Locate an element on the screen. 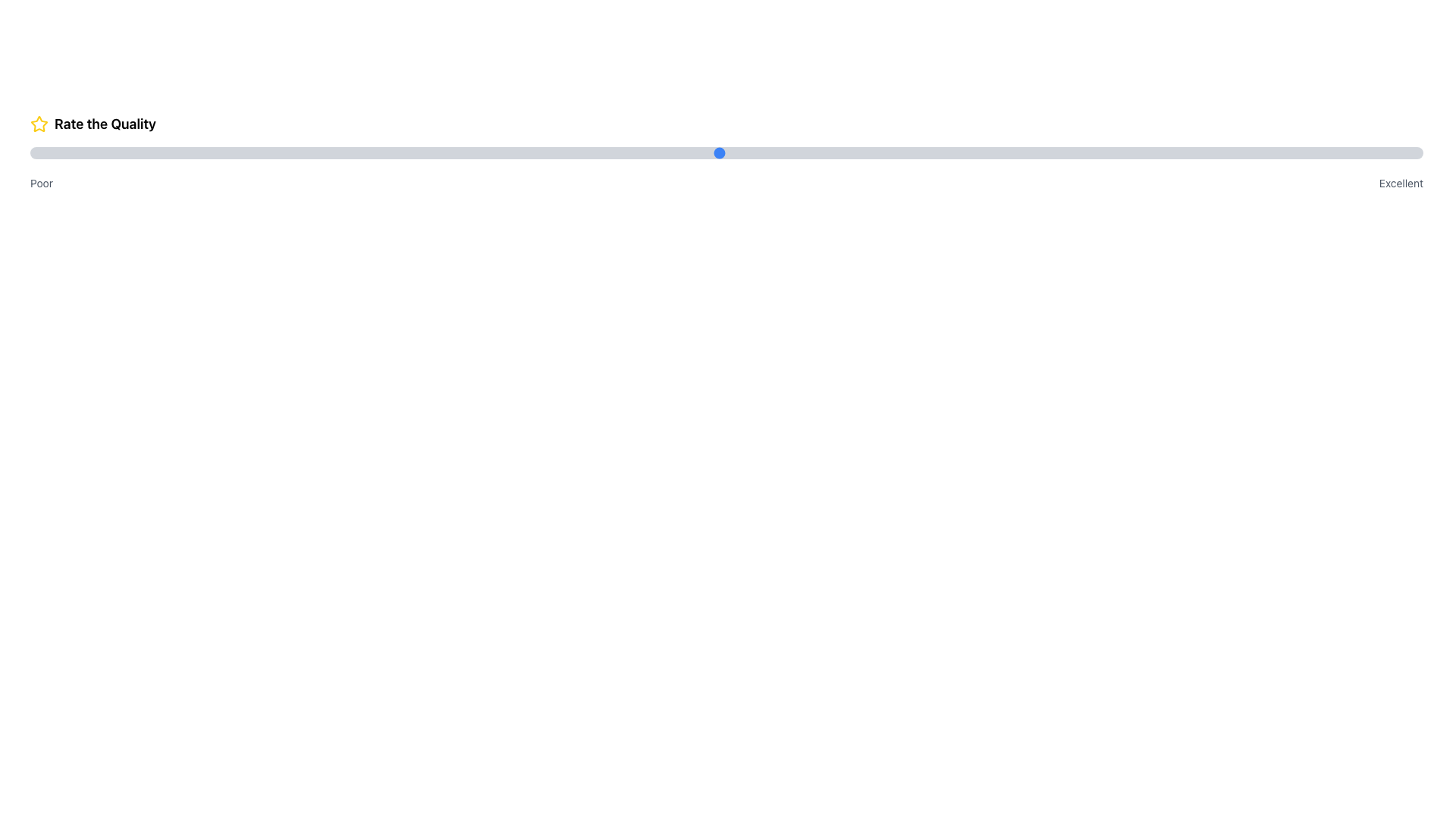 The width and height of the screenshot is (1456, 819). the star icon representing the rating mechanism located to the left of the text 'Rate the Quality' is located at coordinates (39, 124).